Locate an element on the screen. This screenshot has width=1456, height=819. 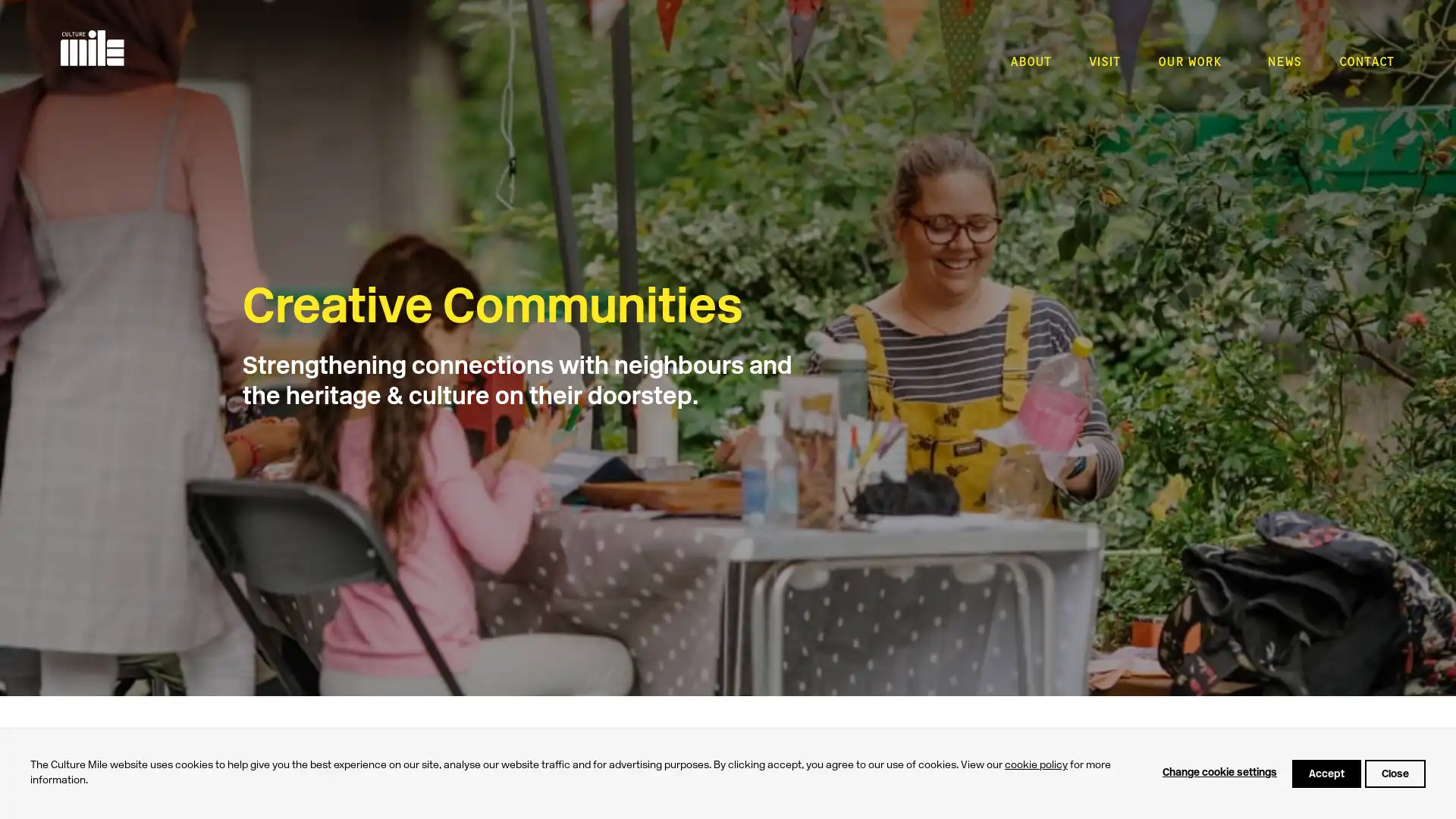
Accept is located at coordinates (1326, 773).